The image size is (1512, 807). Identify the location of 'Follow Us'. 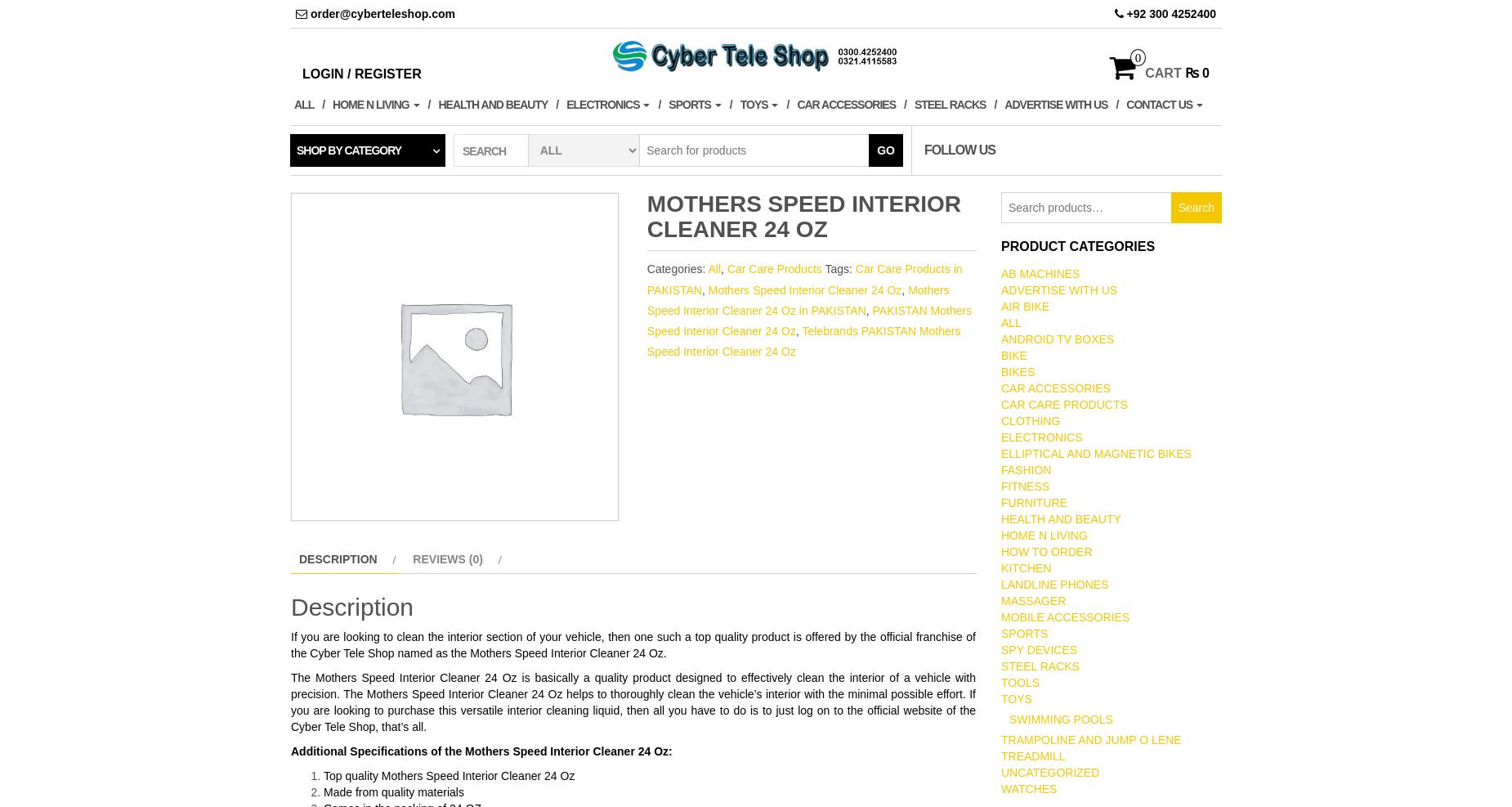
(959, 148).